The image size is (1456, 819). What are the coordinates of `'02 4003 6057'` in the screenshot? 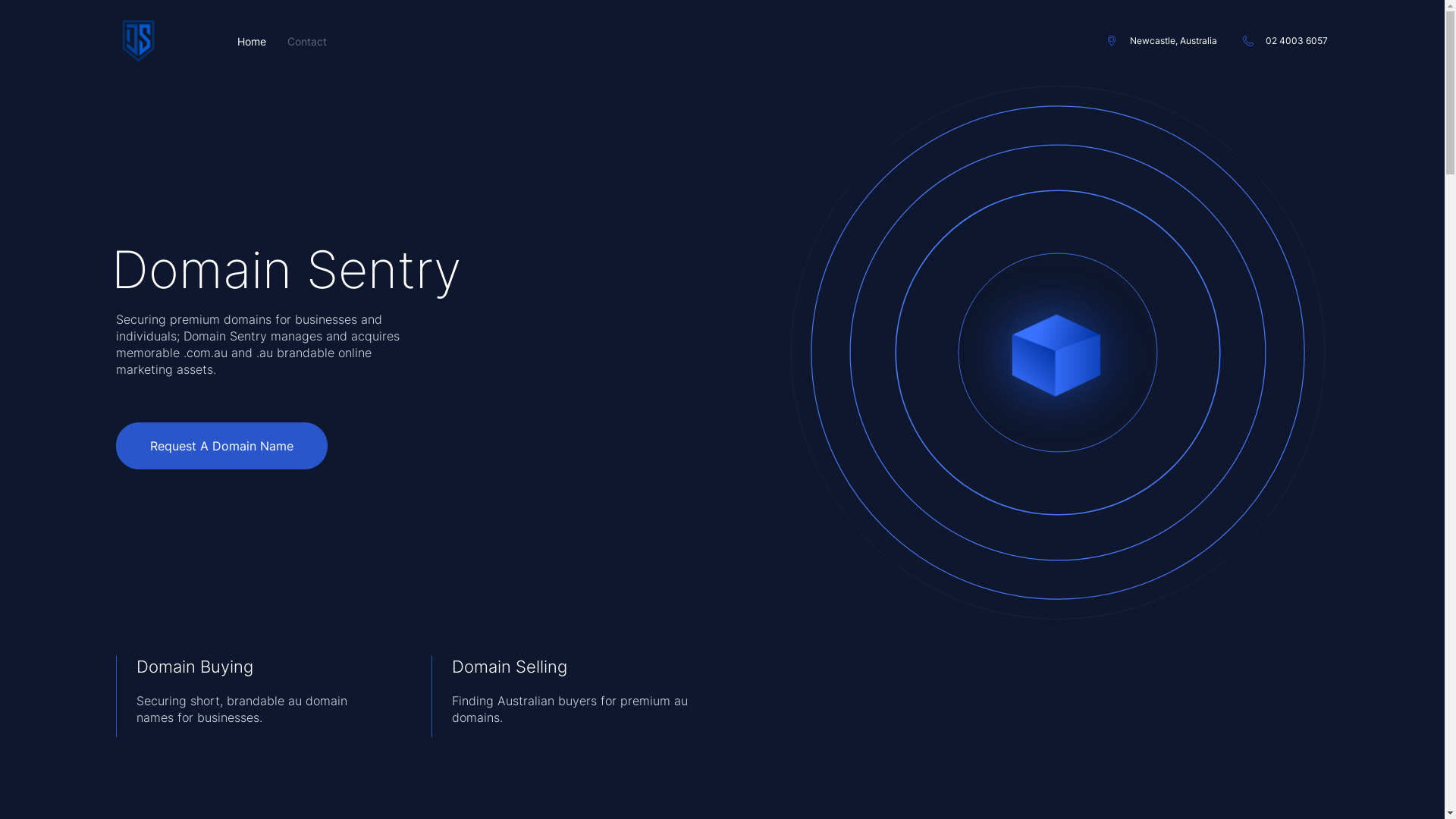 It's located at (1285, 40).